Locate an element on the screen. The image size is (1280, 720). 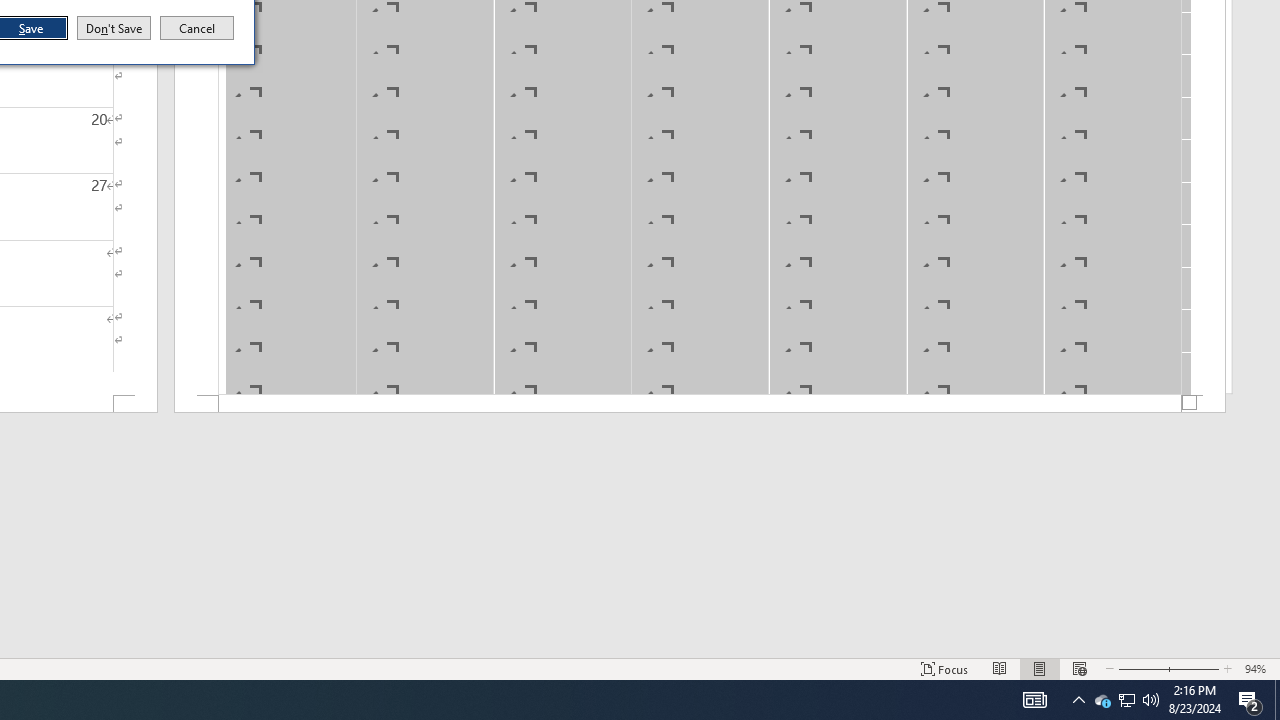
'Action Center, 2 new notifications' is located at coordinates (1250, 698).